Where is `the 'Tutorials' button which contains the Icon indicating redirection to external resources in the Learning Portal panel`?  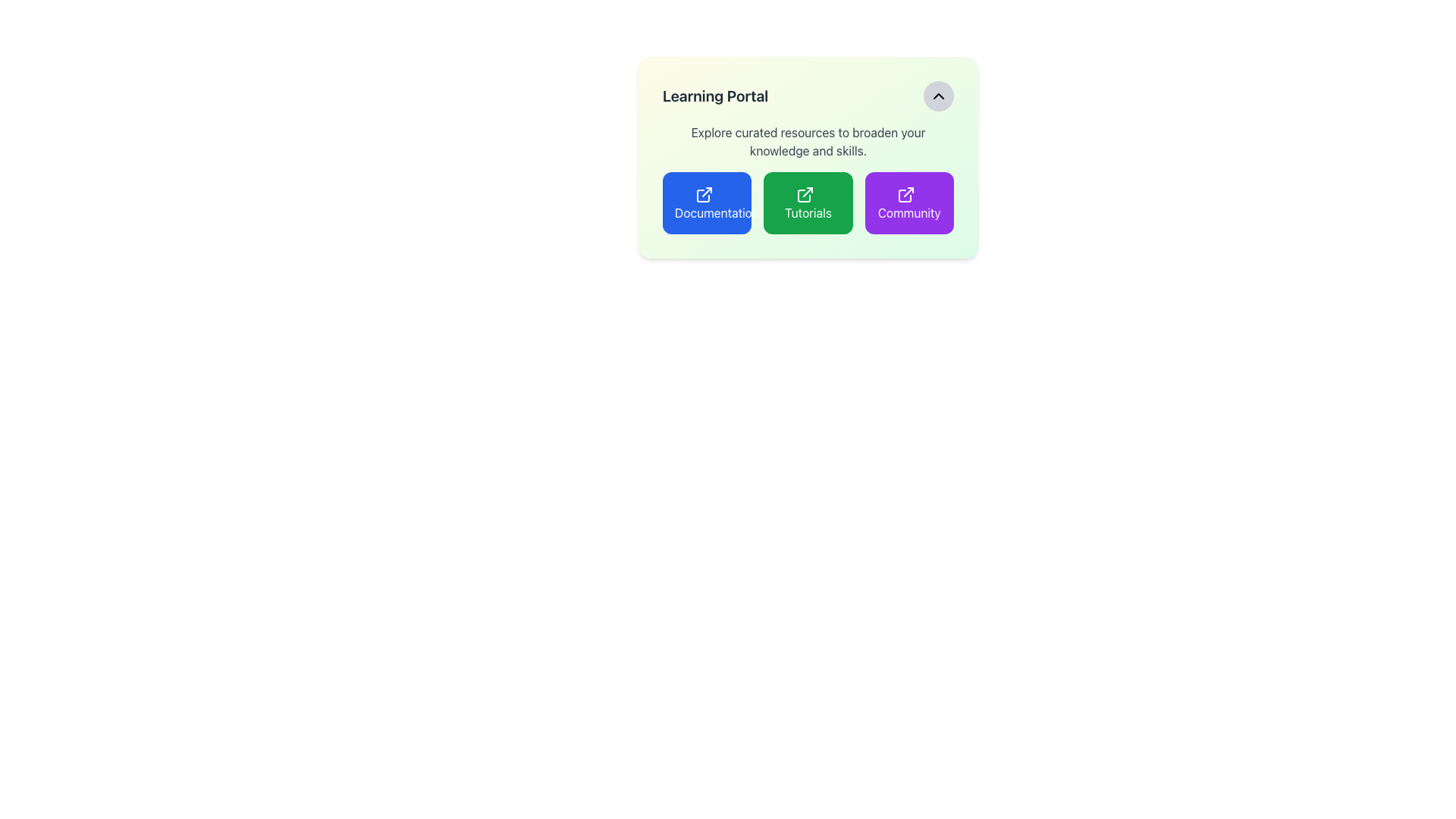 the 'Tutorials' button which contains the Icon indicating redirection to external resources in the Learning Portal panel is located at coordinates (807, 191).